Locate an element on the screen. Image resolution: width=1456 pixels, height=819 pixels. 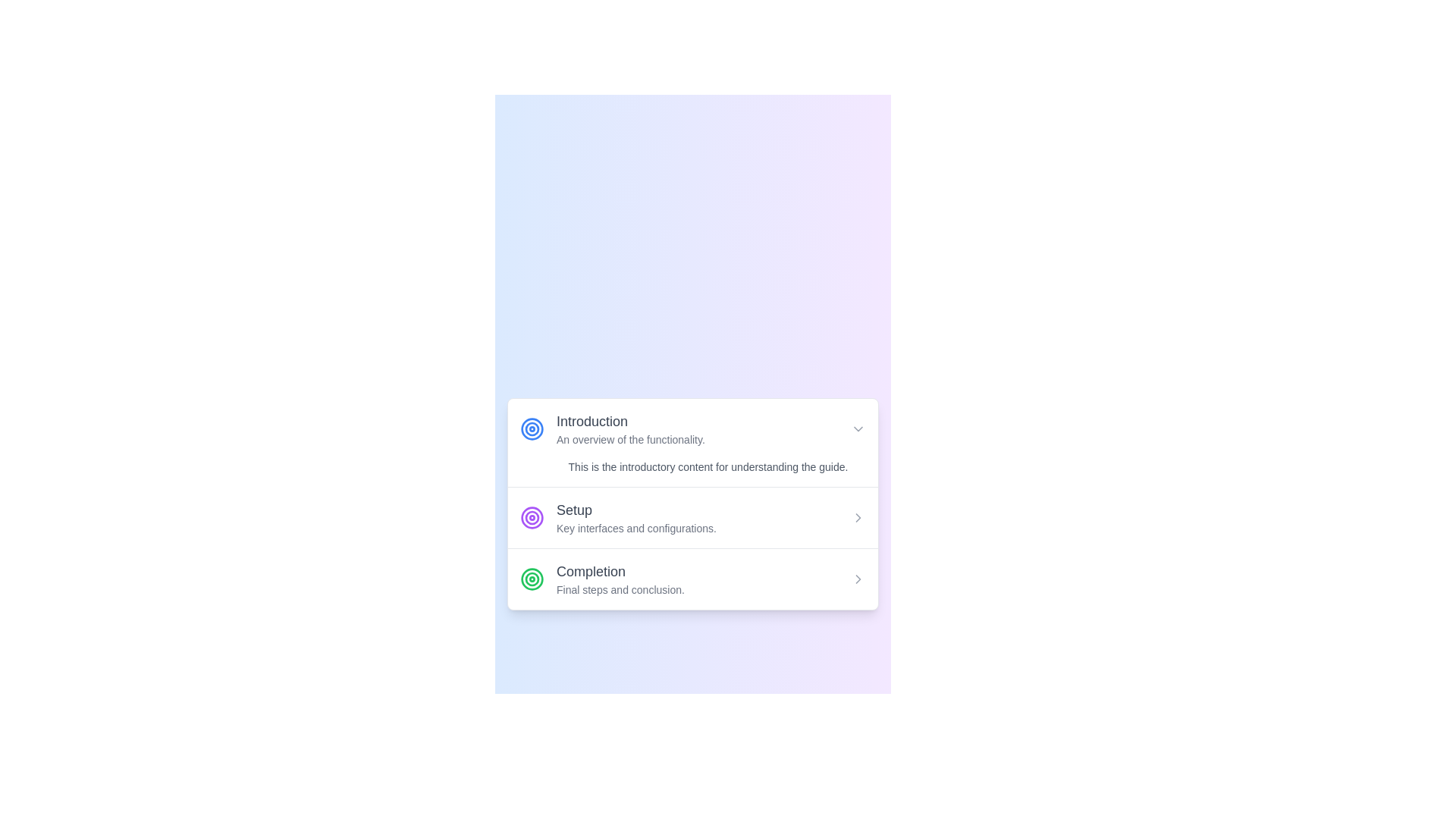
the outermost circular outline of the purple target icon located before the 'Setup' label in the interface is located at coordinates (532, 516).